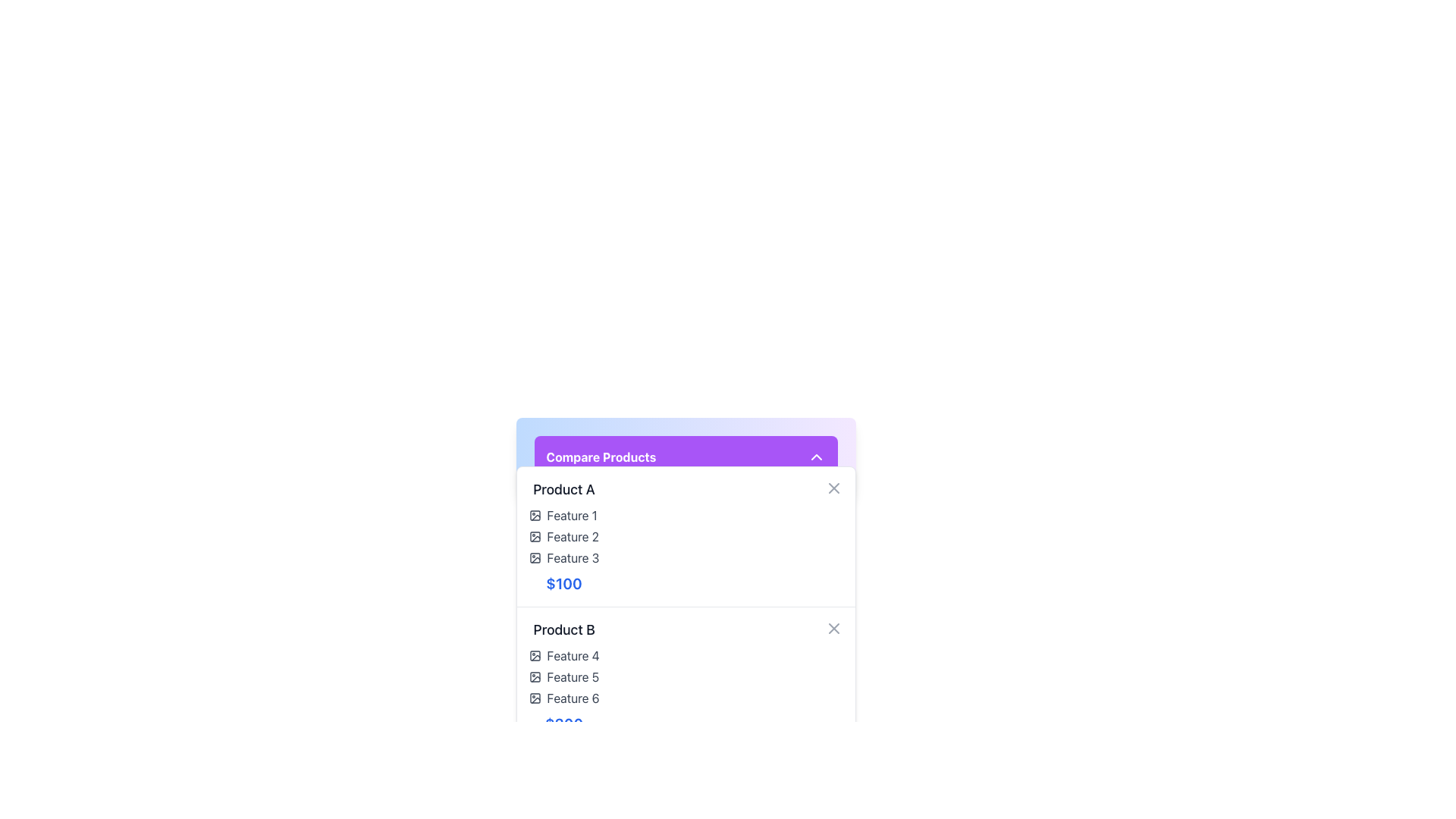 This screenshot has height=819, width=1456. I want to click on the icon representing a picture symbol located in the 'Product B' section, specifically the first item in the row starting with 'Feature 5', so click(535, 676).